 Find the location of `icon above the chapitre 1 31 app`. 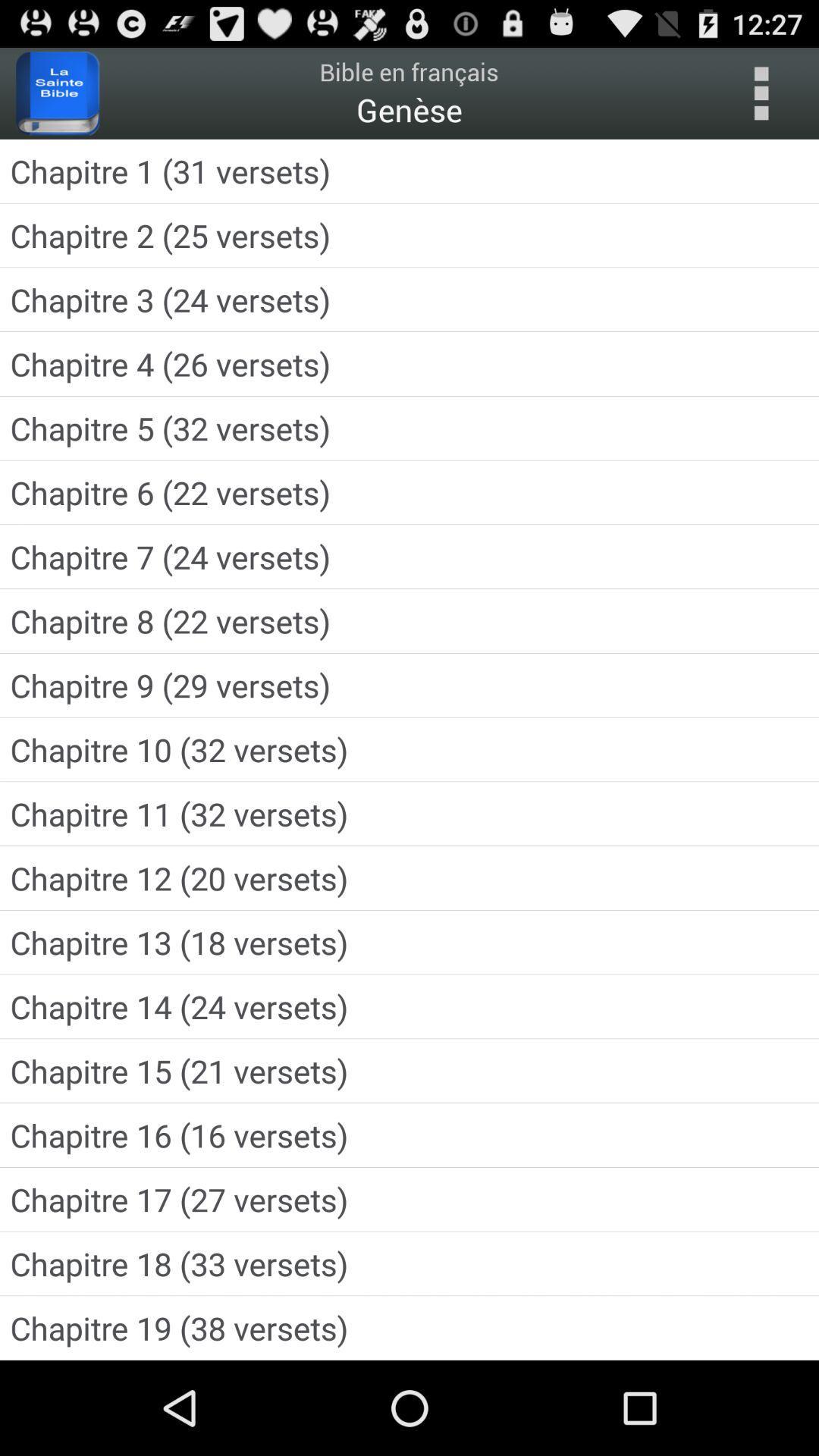

icon above the chapitre 1 31 app is located at coordinates (761, 93).